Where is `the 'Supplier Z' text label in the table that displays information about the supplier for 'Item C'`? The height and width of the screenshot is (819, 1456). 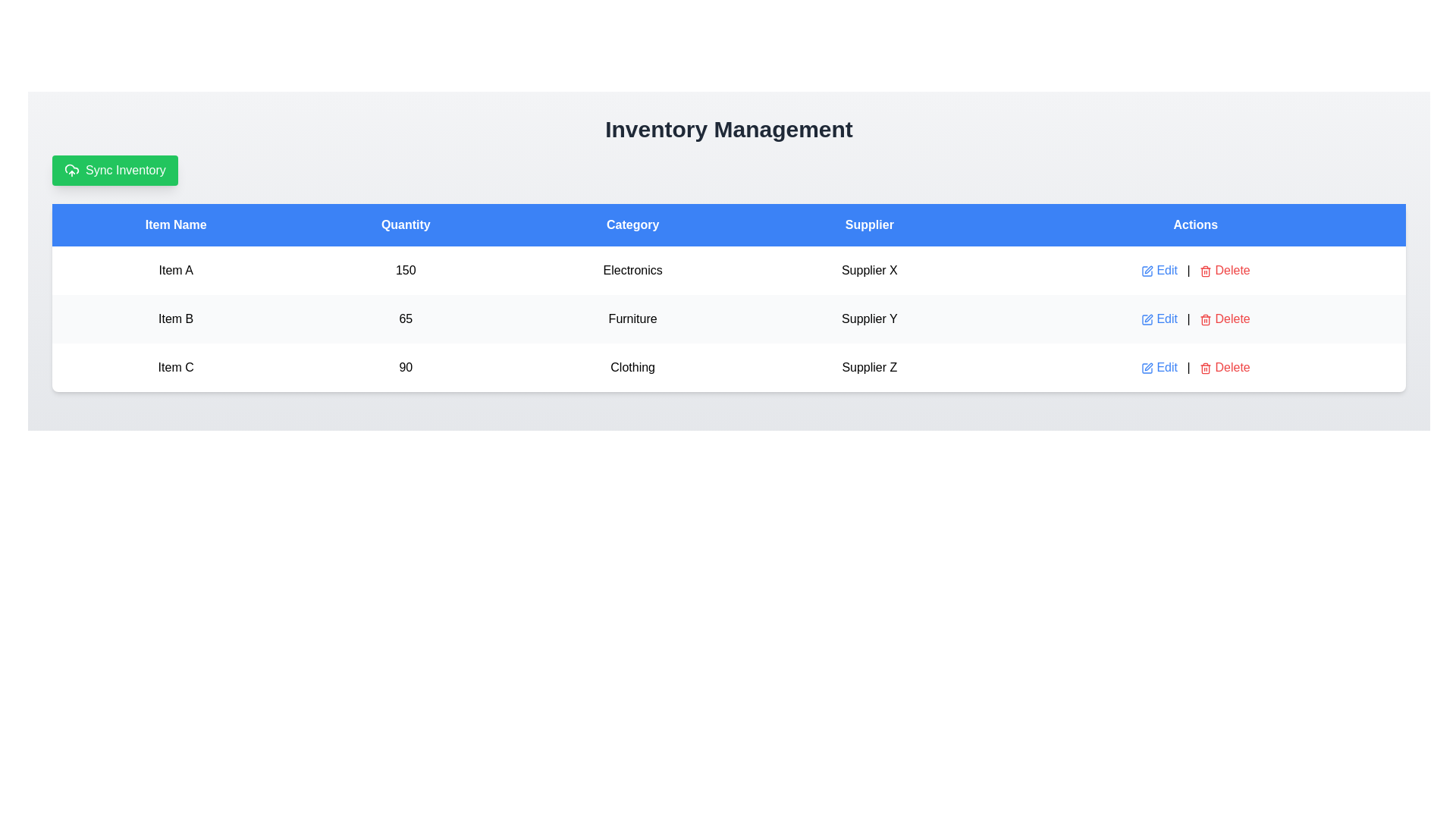
the 'Supplier Z' text label in the table that displays information about the supplier for 'Item C' is located at coordinates (869, 368).